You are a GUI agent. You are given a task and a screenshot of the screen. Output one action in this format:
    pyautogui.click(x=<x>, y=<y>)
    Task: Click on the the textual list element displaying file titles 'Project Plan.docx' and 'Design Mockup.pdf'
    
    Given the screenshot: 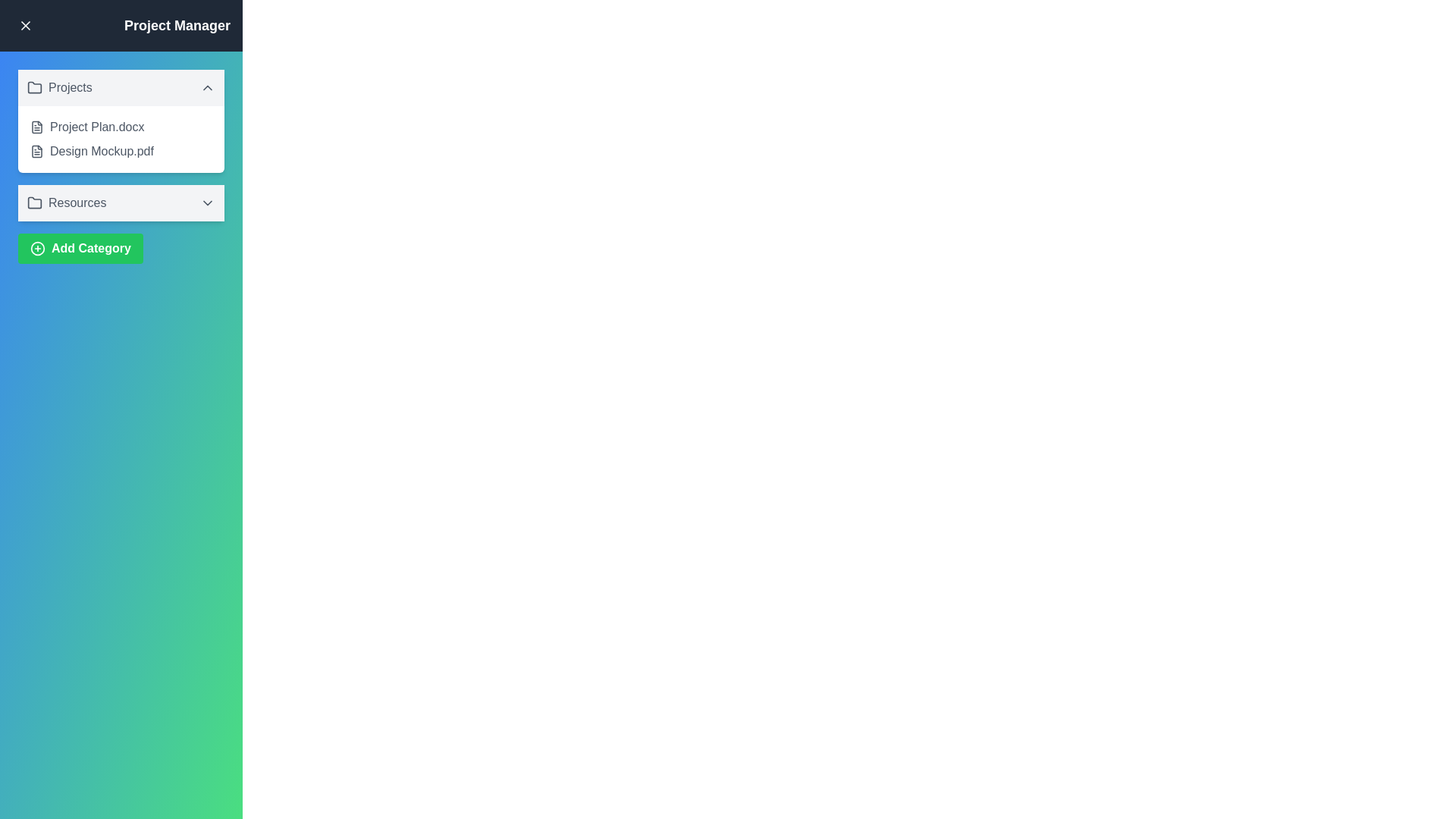 What is the action you would take?
    pyautogui.click(x=120, y=140)
    